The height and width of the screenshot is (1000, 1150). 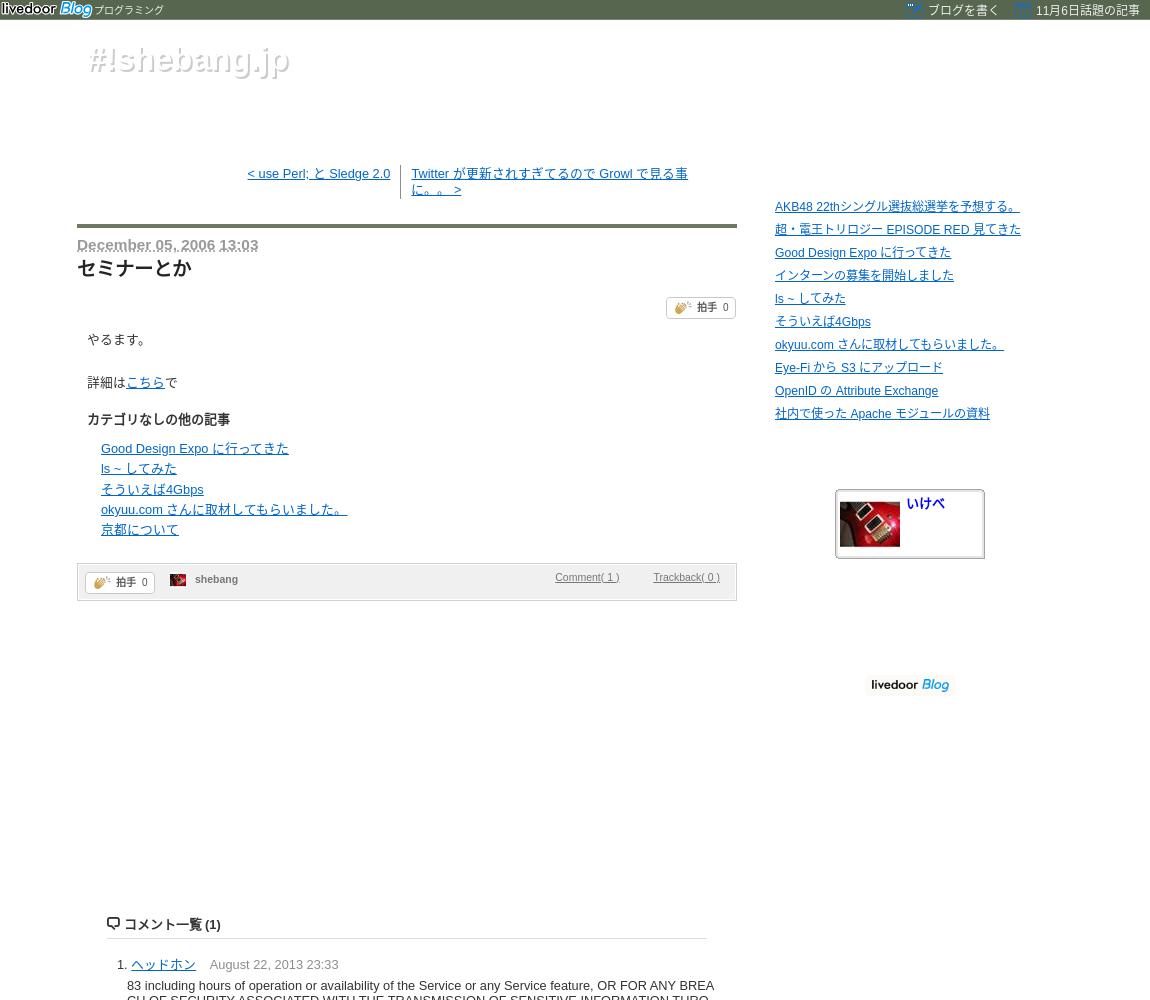 What do you see at coordinates (855, 391) in the screenshot?
I see `'OpenID の Attribute Exchange'` at bounding box center [855, 391].